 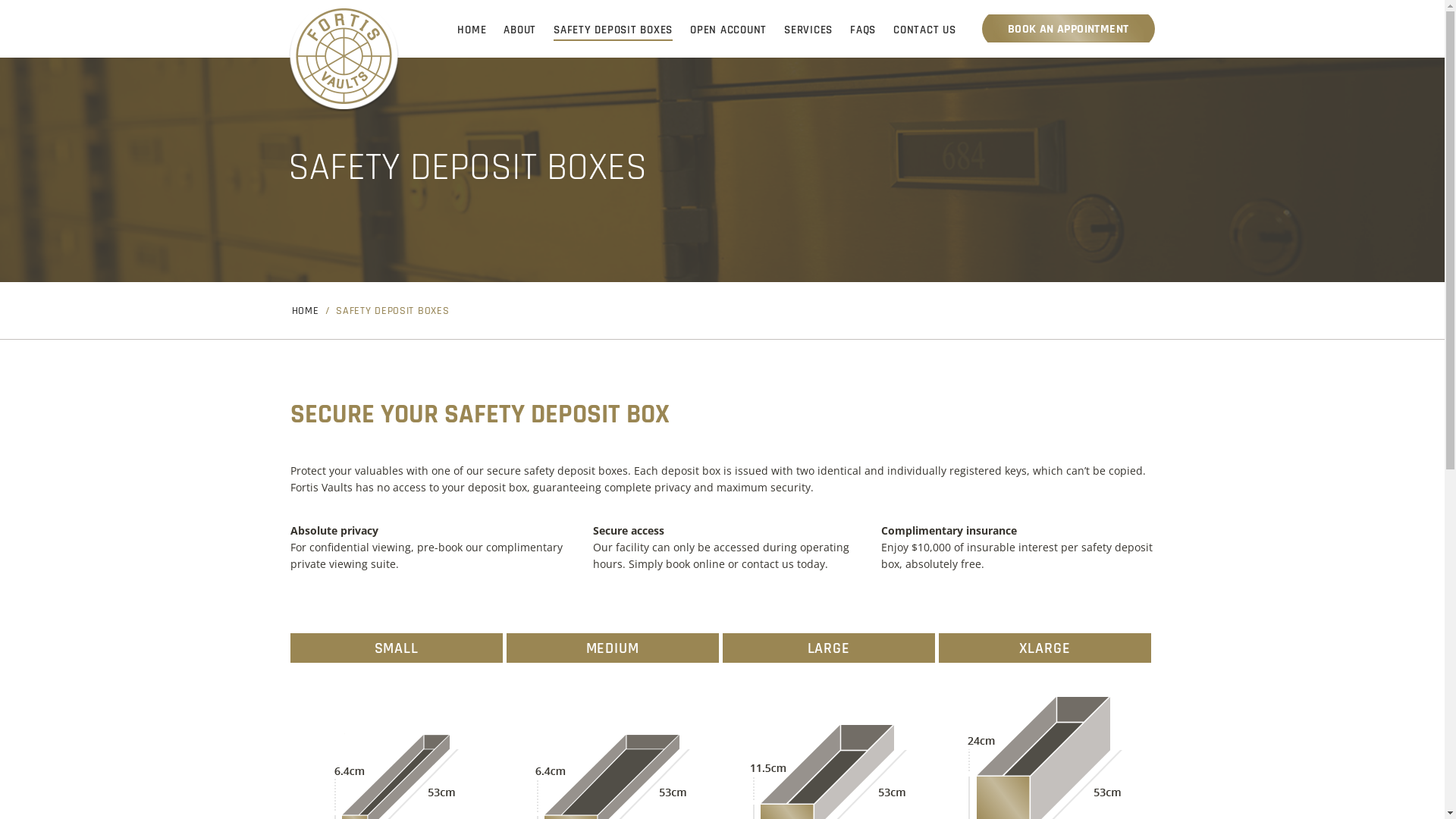 What do you see at coordinates (471, 30) in the screenshot?
I see `'HOME'` at bounding box center [471, 30].